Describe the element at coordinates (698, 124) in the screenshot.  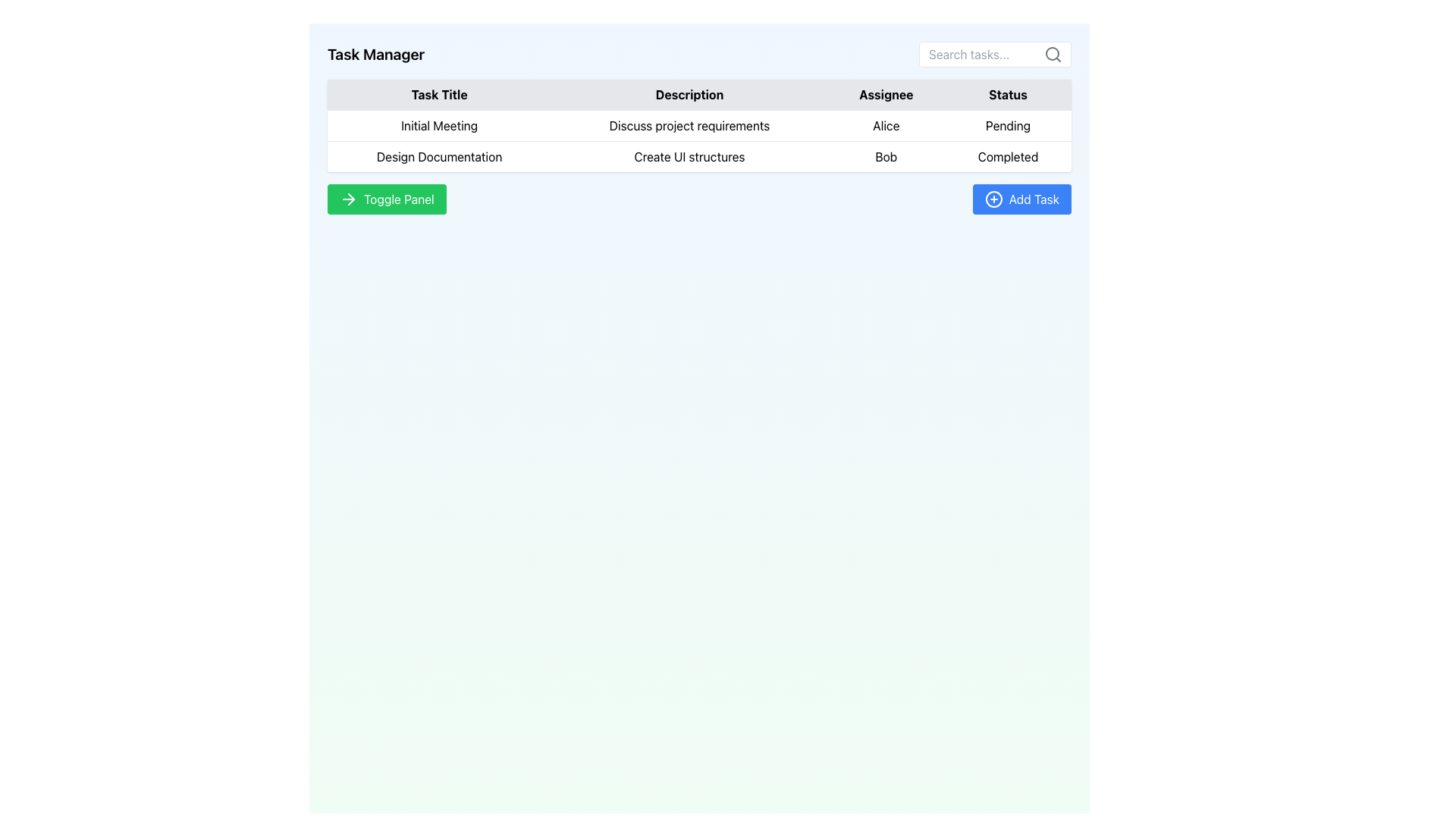
I see `the first row of the table that contains 'Initial Meeting', 'Discuss project requirements', 'Alice', and 'Pending'` at that location.